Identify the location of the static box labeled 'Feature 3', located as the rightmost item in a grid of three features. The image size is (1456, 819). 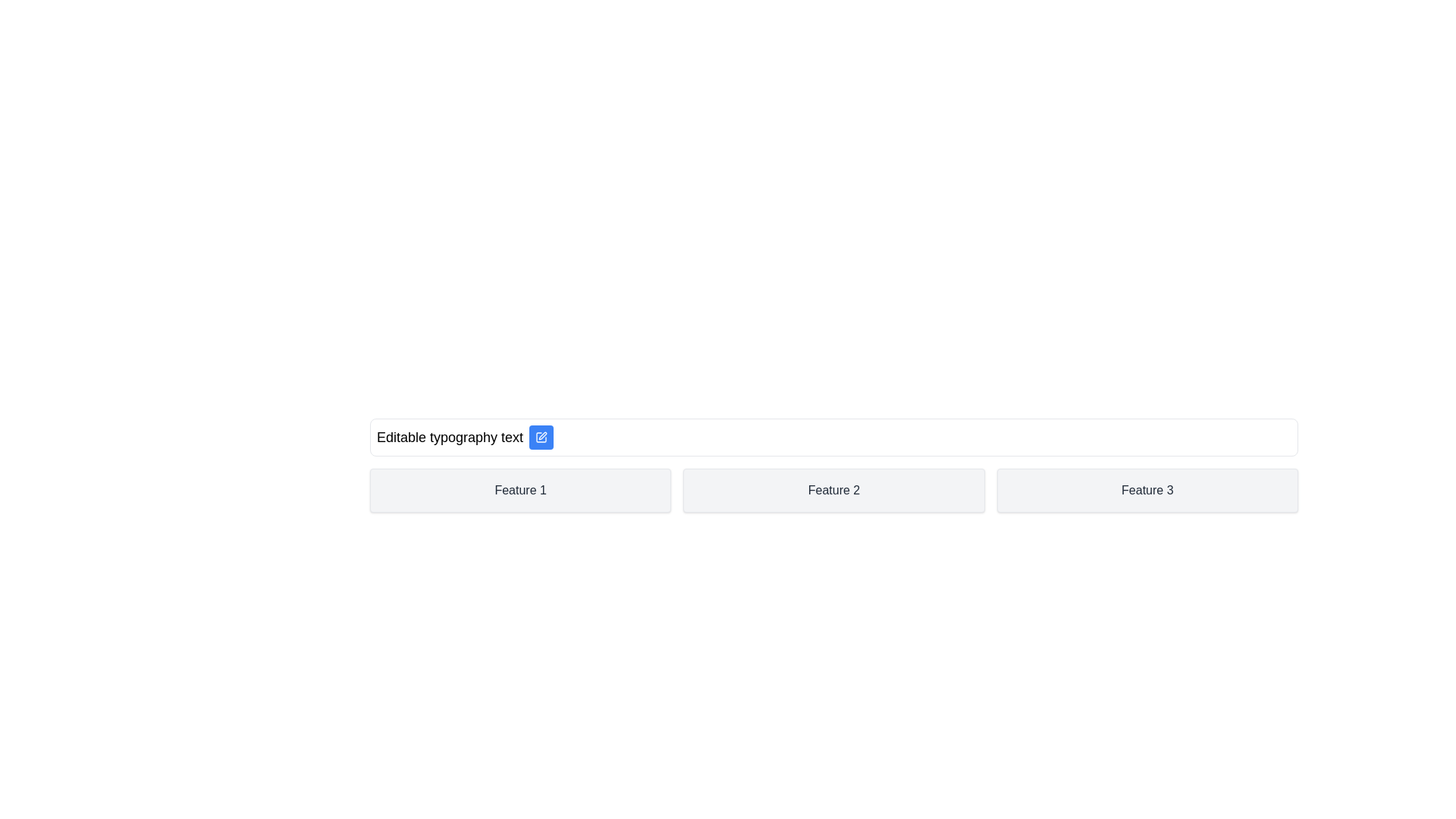
(1147, 491).